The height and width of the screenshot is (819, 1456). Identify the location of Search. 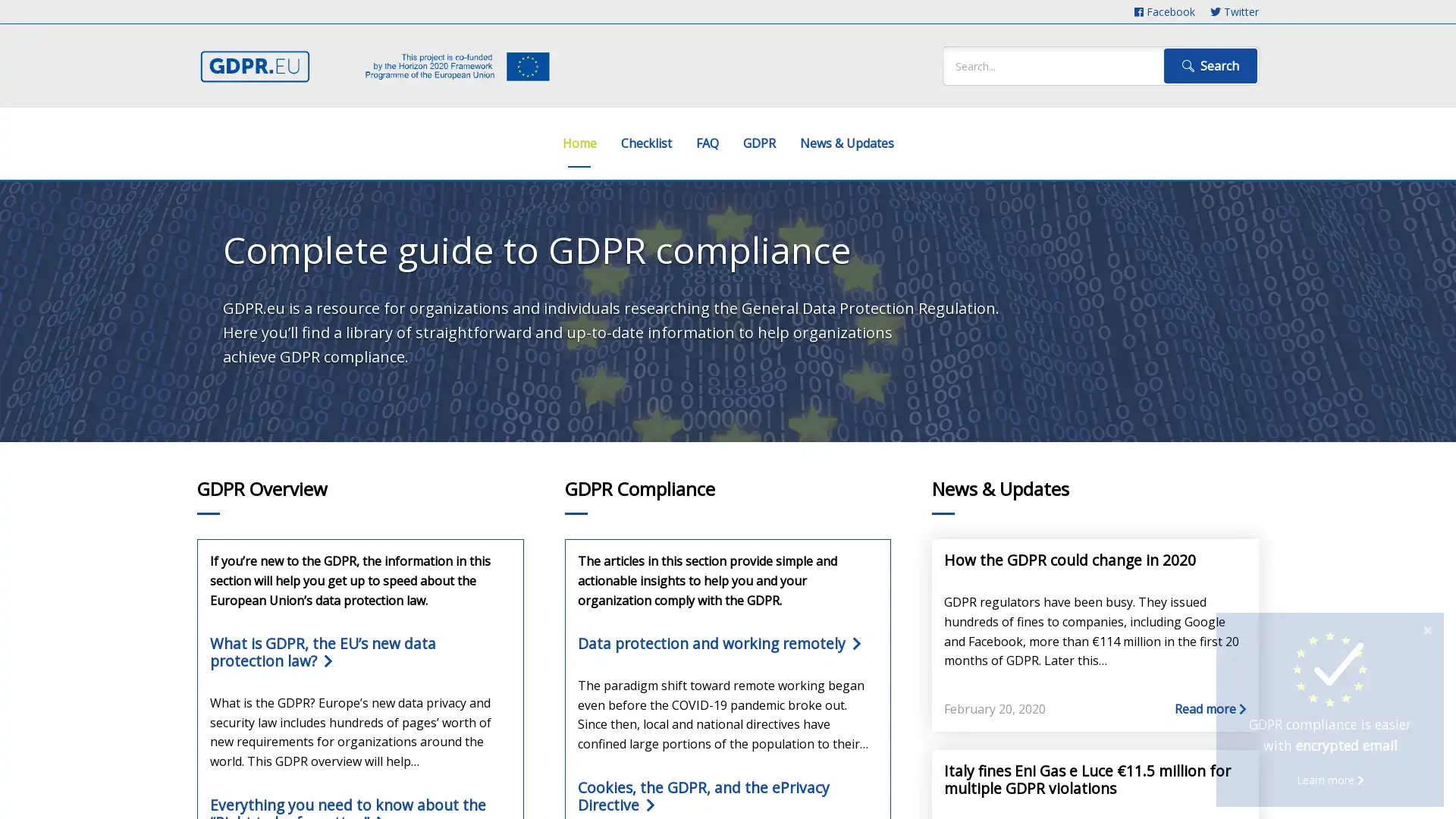
(1210, 65).